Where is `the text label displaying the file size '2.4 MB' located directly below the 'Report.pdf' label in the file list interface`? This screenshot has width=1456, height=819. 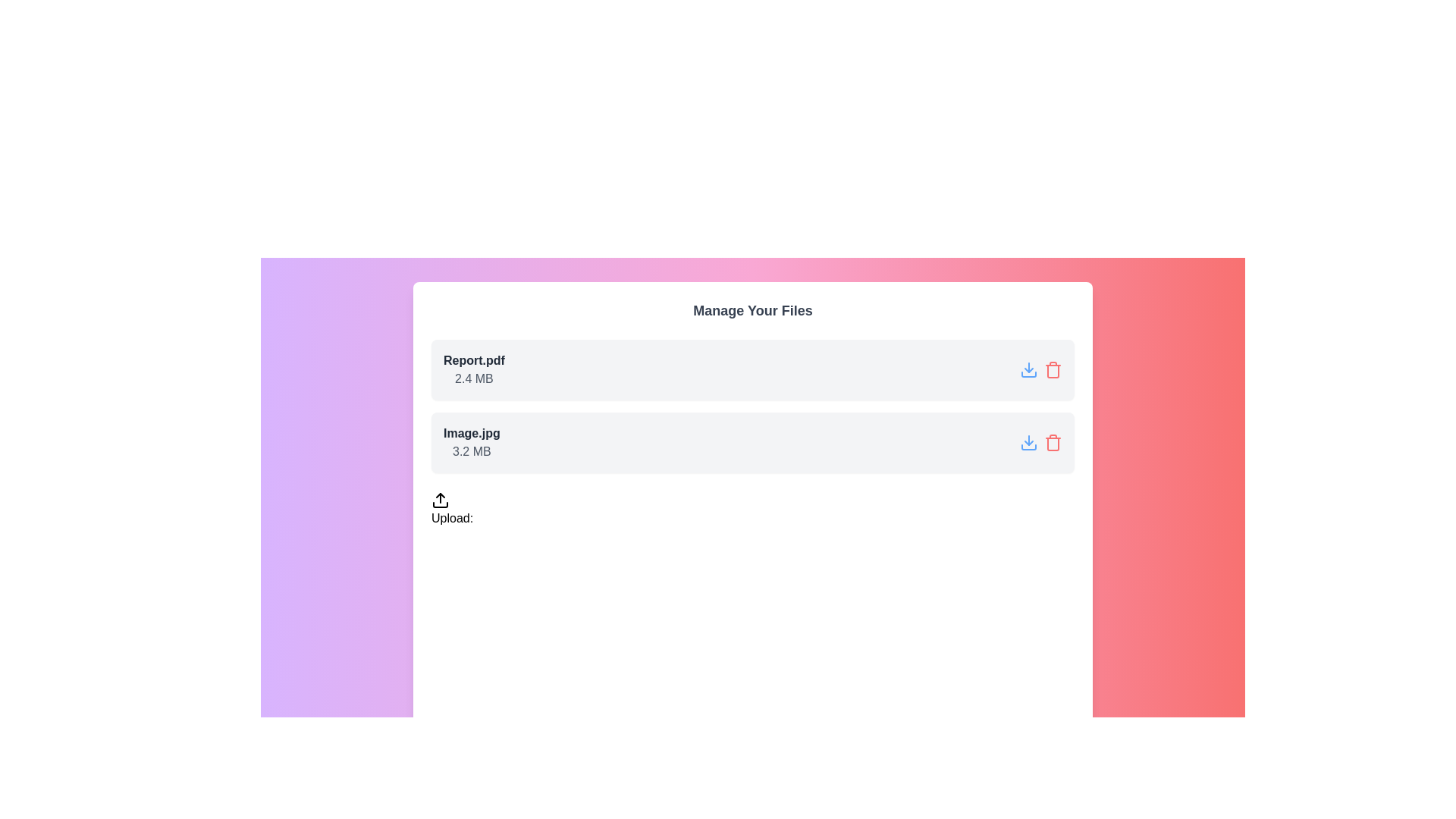
the text label displaying the file size '2.4 MB' located directly below the 'Report.pdf' label in the file list interface is located at coordinates (473, 378).